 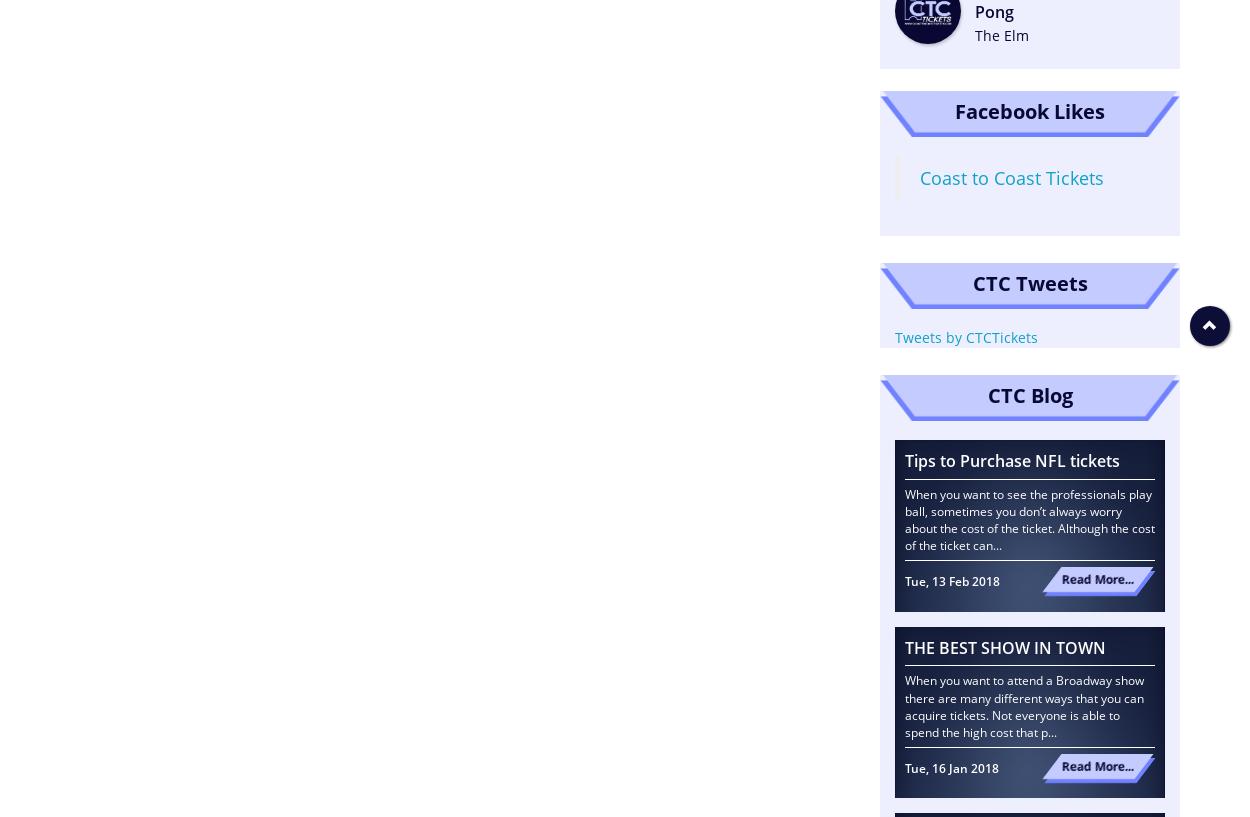 What do you see at coordinates (1030, 110) in the screenshot?
I see `'Facebook Likes'` at bounding box center [1030, 110].